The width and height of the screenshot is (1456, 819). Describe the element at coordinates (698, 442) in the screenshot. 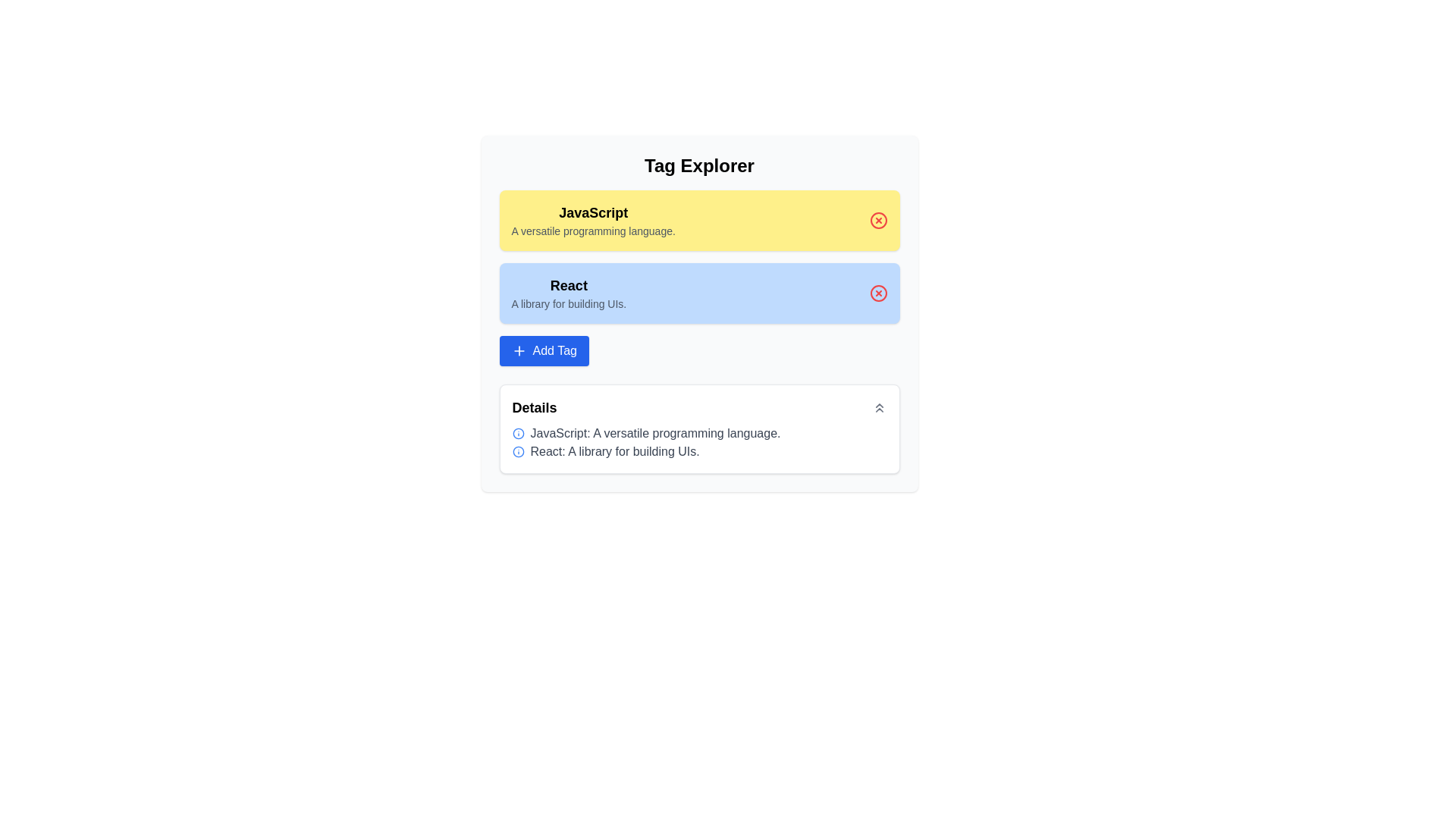

I see `the text of the bullet point list item in the 'Details' box` at that location.